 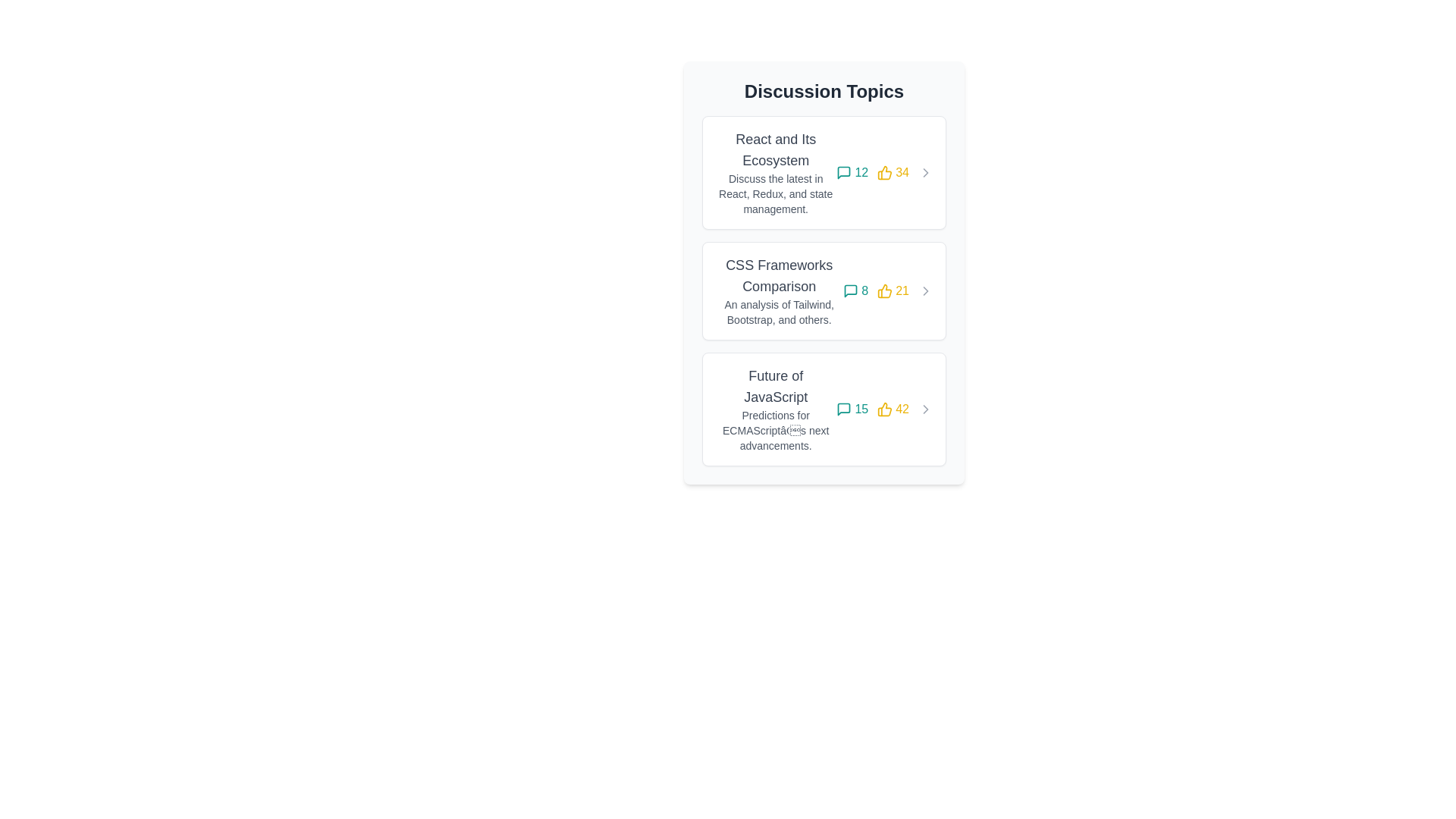 What do you see at coordinates (885, 409) in the screenshot?
I see `the yellow thumbs-up icon located between the green comment count icon and the bold '42' text in the third card of the 'Discussion Topics' list to express a like` at bounding box center [885, 409].